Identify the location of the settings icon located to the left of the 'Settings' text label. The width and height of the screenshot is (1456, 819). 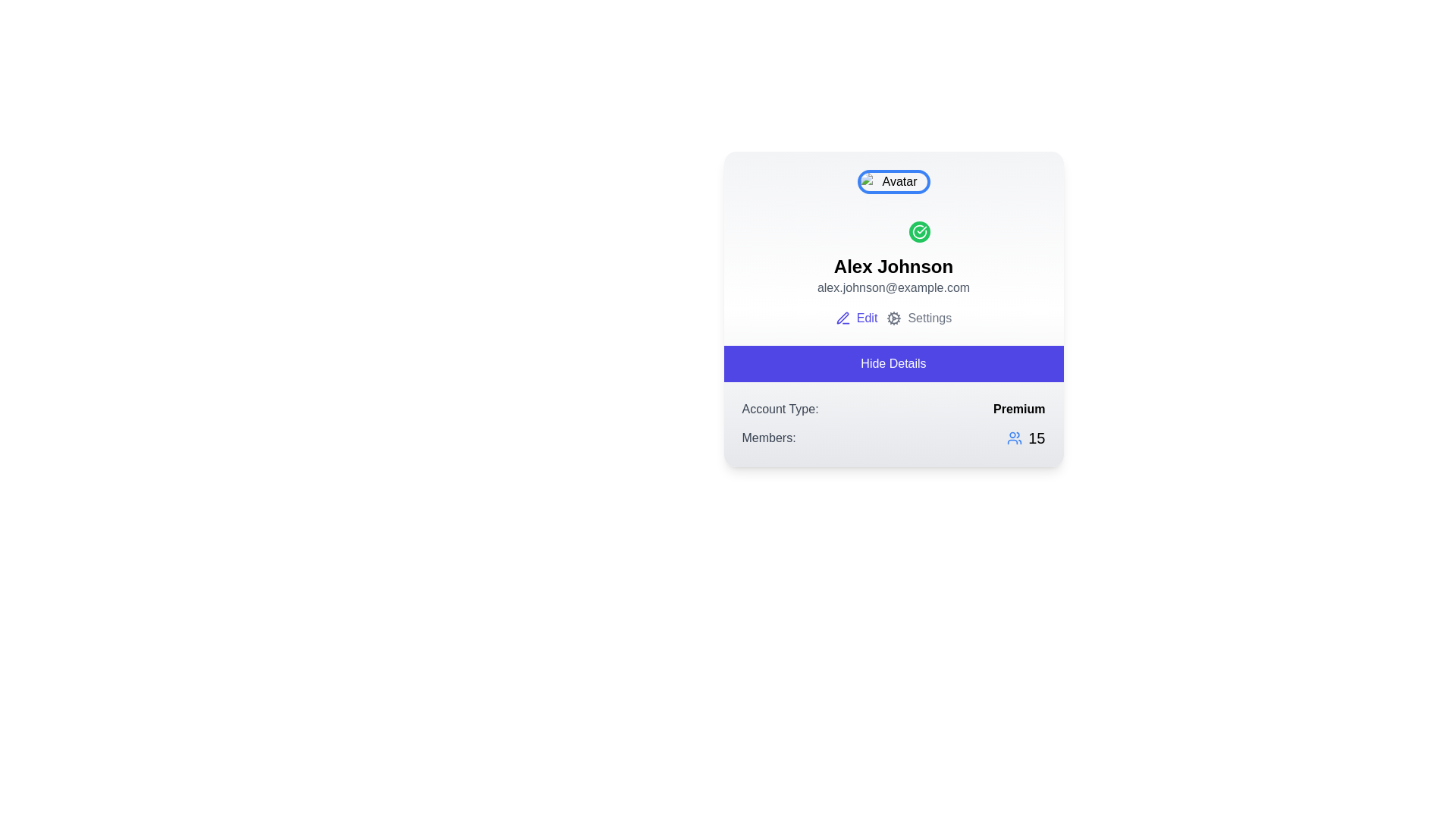
(894, 318).